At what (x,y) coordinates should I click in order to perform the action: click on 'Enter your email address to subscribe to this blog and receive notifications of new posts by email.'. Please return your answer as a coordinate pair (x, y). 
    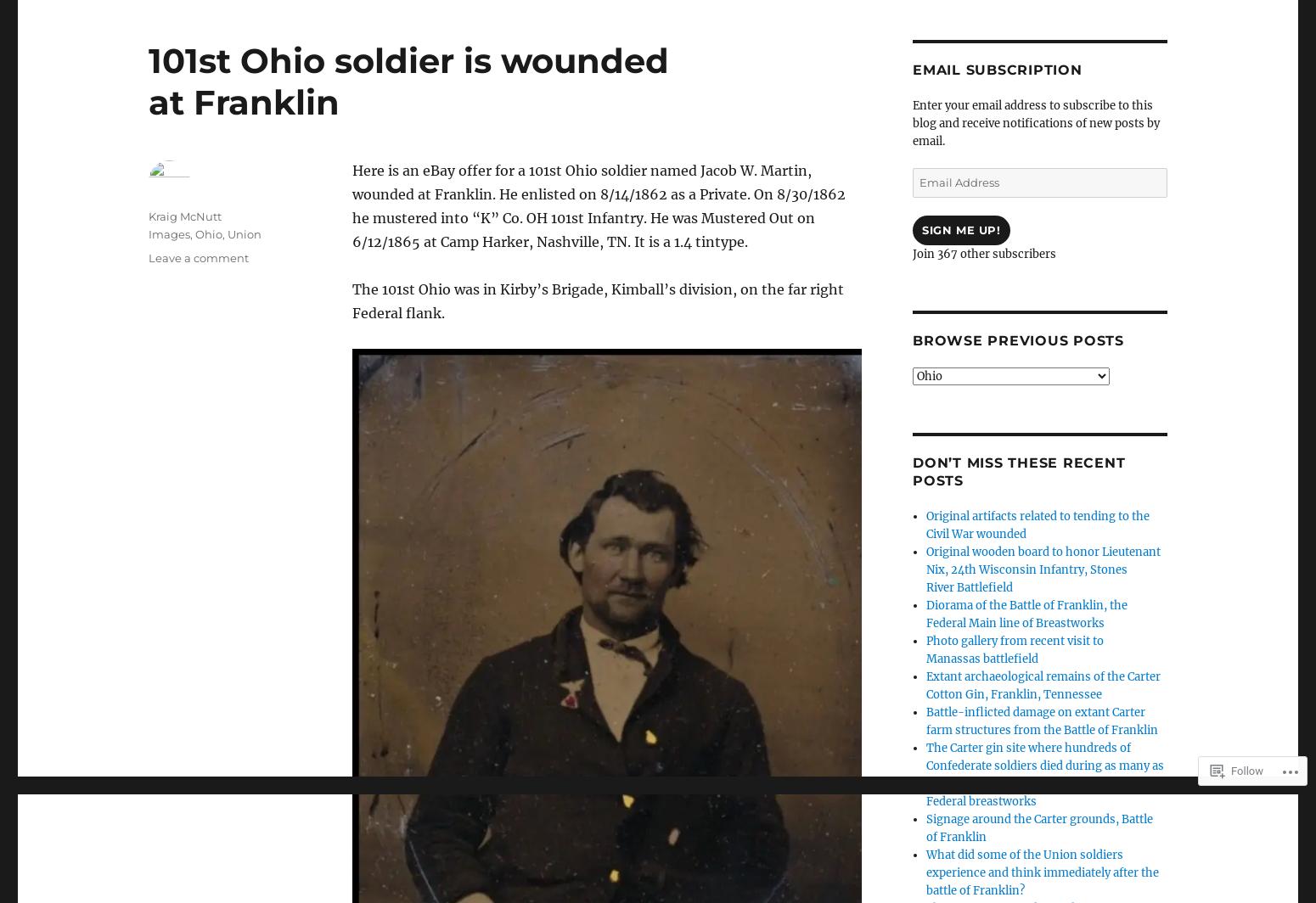
    Looking at the image, I should click on (1036, 123).